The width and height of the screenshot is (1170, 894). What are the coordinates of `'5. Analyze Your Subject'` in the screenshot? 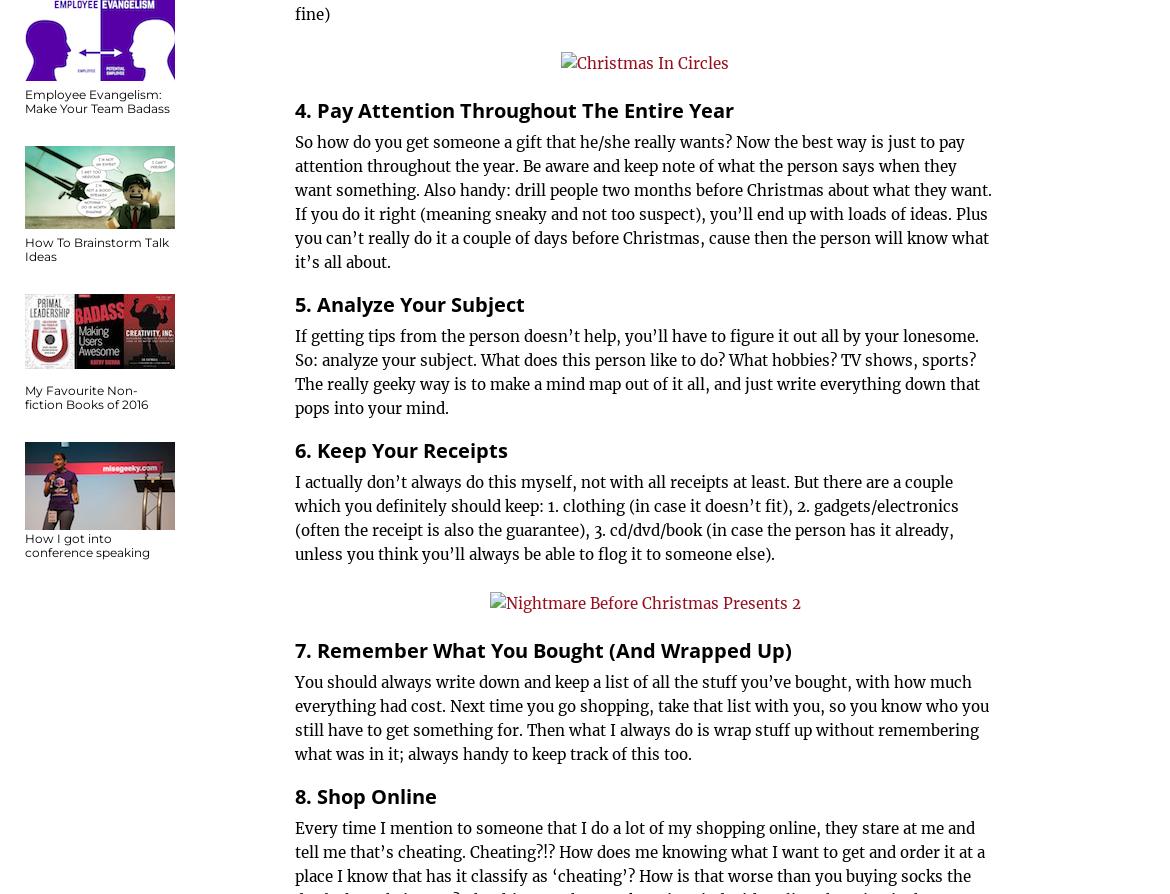 It's located at (409, 303).